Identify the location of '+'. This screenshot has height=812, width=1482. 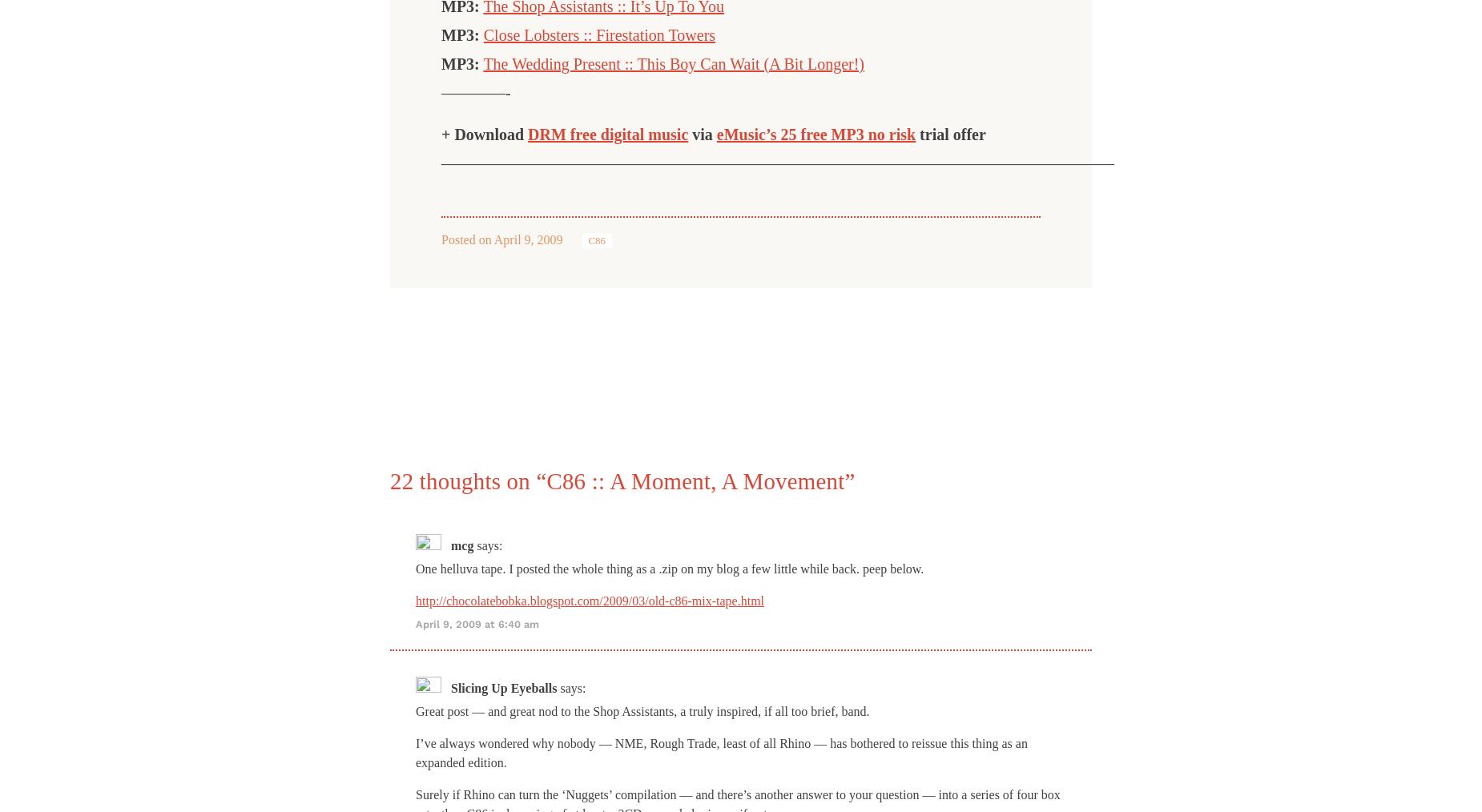
(448, 135).